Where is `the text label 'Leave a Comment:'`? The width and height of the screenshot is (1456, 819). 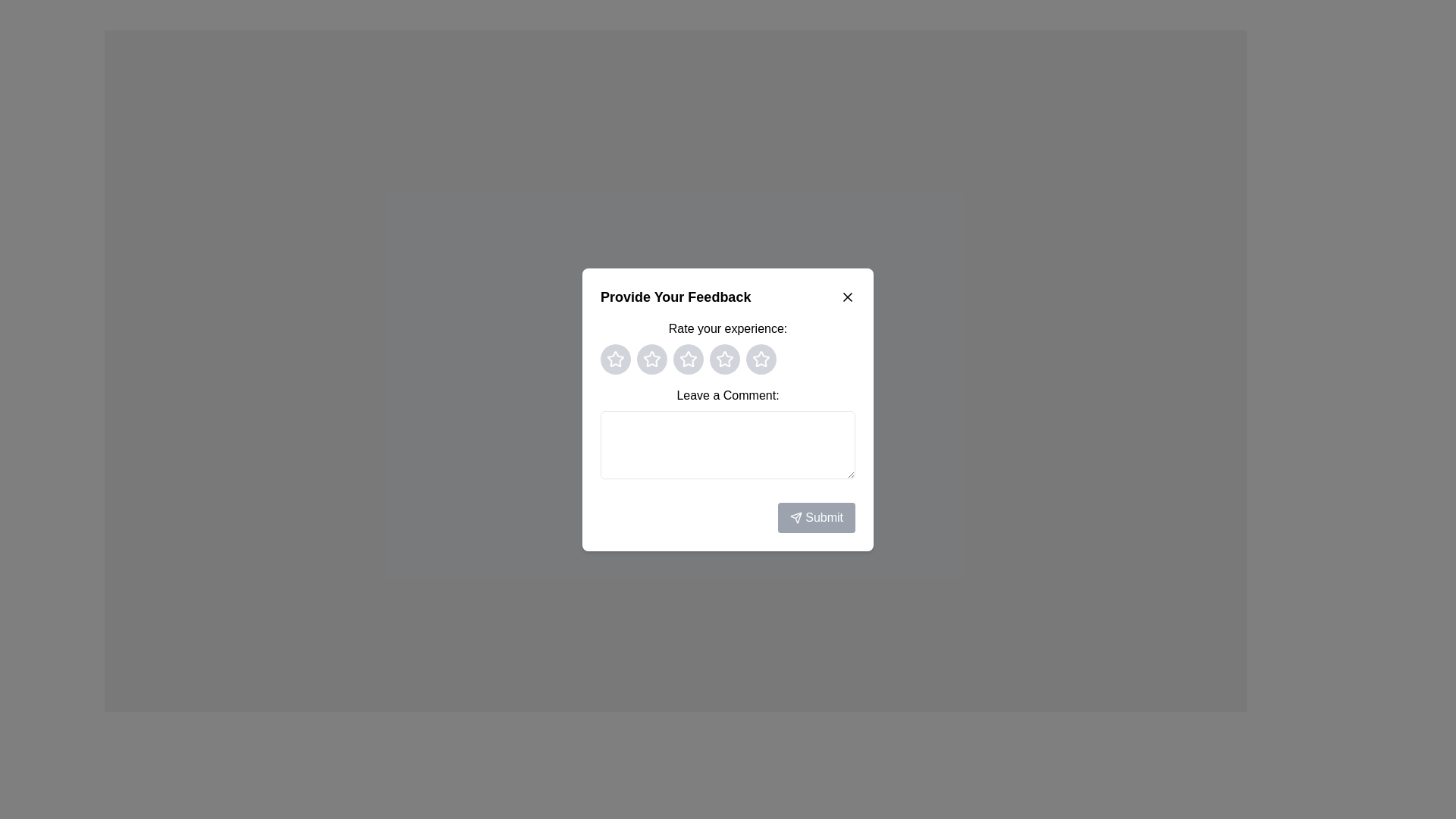
the text label 'Leave a Comment:' is located at coordinates (728, 394).